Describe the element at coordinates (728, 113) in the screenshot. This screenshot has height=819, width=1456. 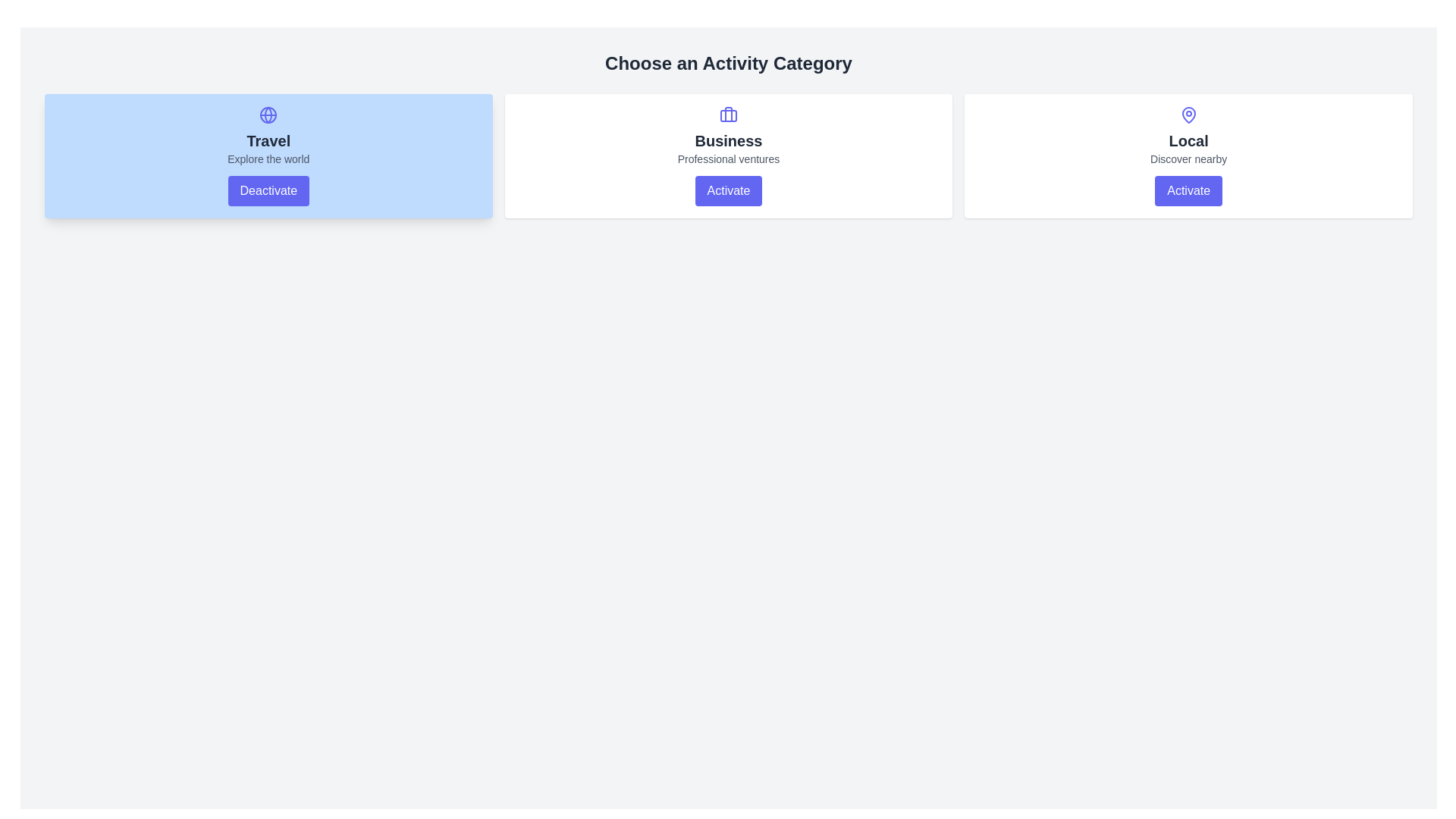
I see `the vertical line of the briefcase icon located at the top-center of the 'Business' category card, which is the second card in the horizontally aligned trio of category cards labeled 'Choose an Activity Category'` at that location.